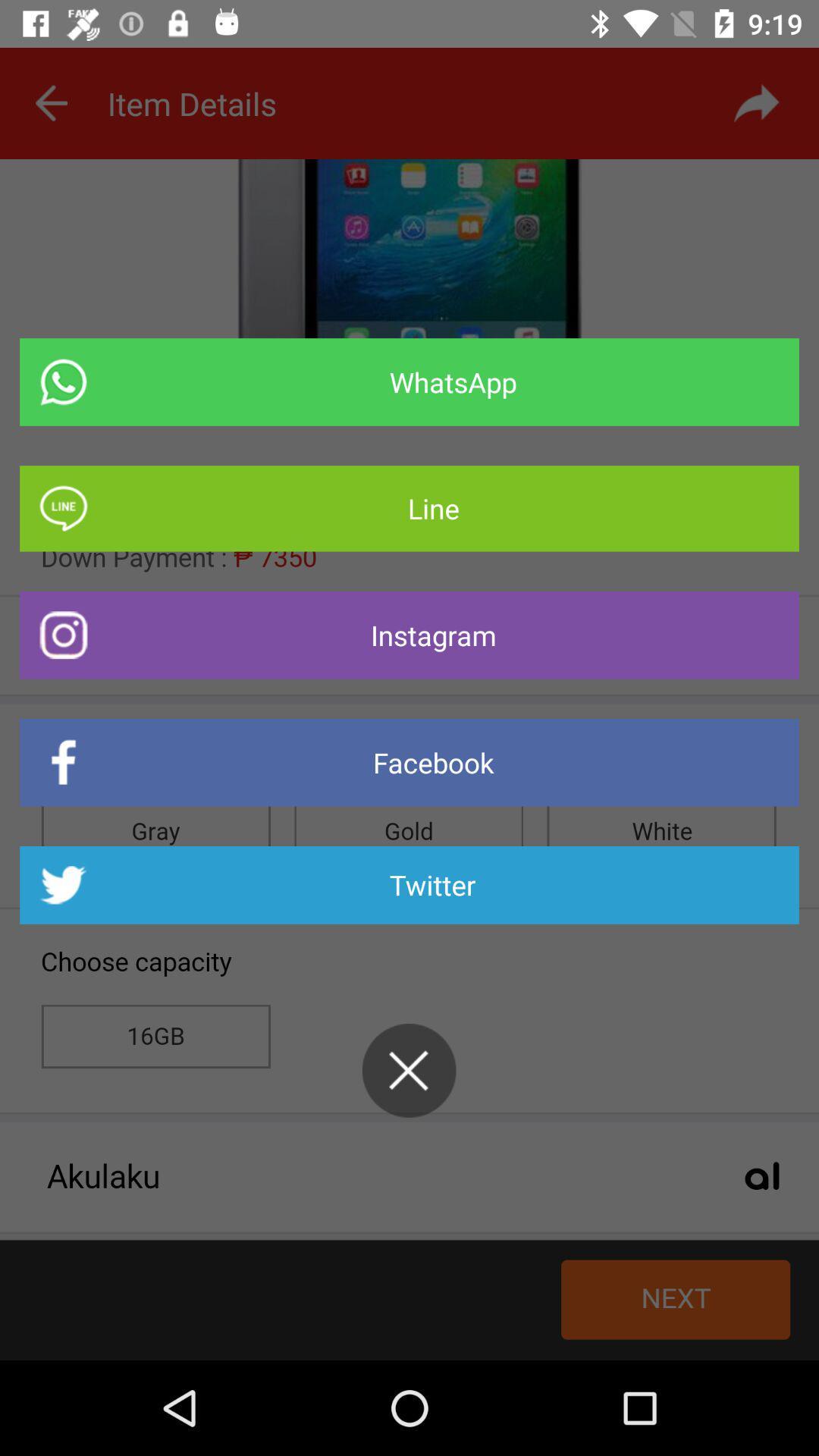 This screenshot has width=819, height=1456. What do you see at coordinates (409, 762) in the screenshot?
I see `the icon above twitter` at bounding box center [409, 762].